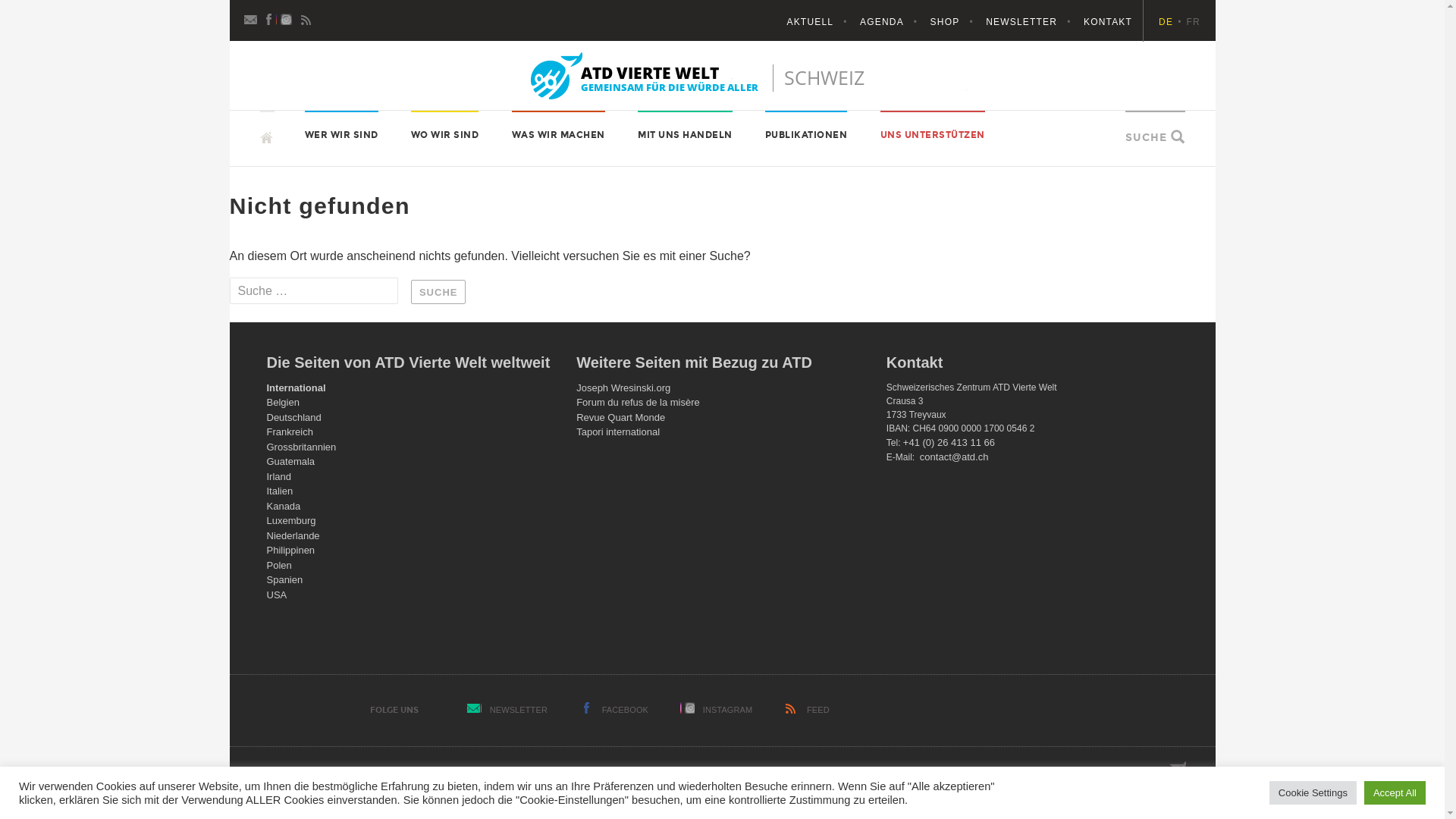  What do you see at coordinates (283, 401) in the screenshot?
I see `'Belgien'` at bounding box center [283, 401].